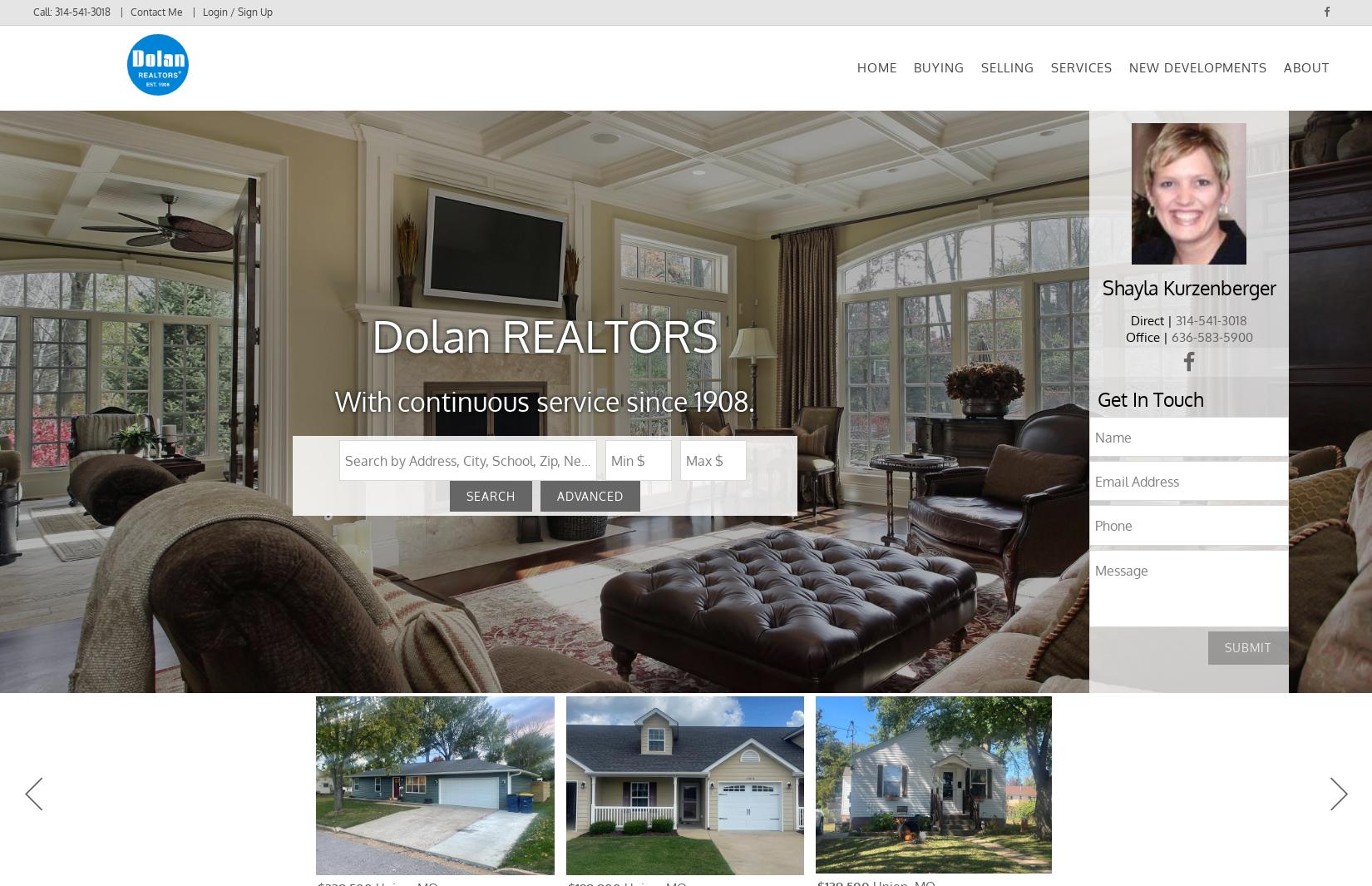 The width and height of the screenshot is (1372, 886). I want to click on 'Advanced', so click(589, 517).